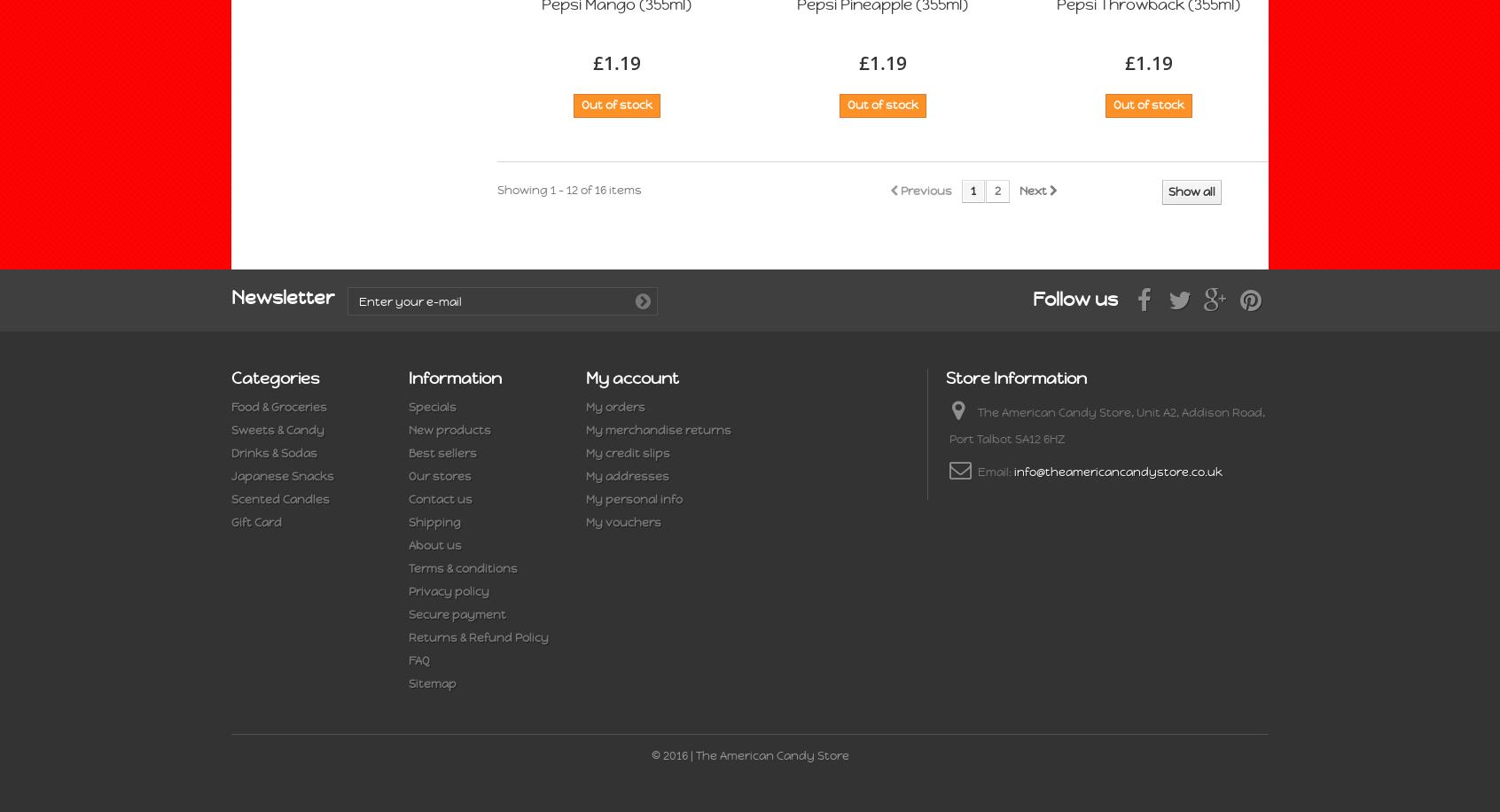  What do you see at coordinates (1191, 190) in the screenshot?
I see `'Show all'` at bounding box center [1191, 190].